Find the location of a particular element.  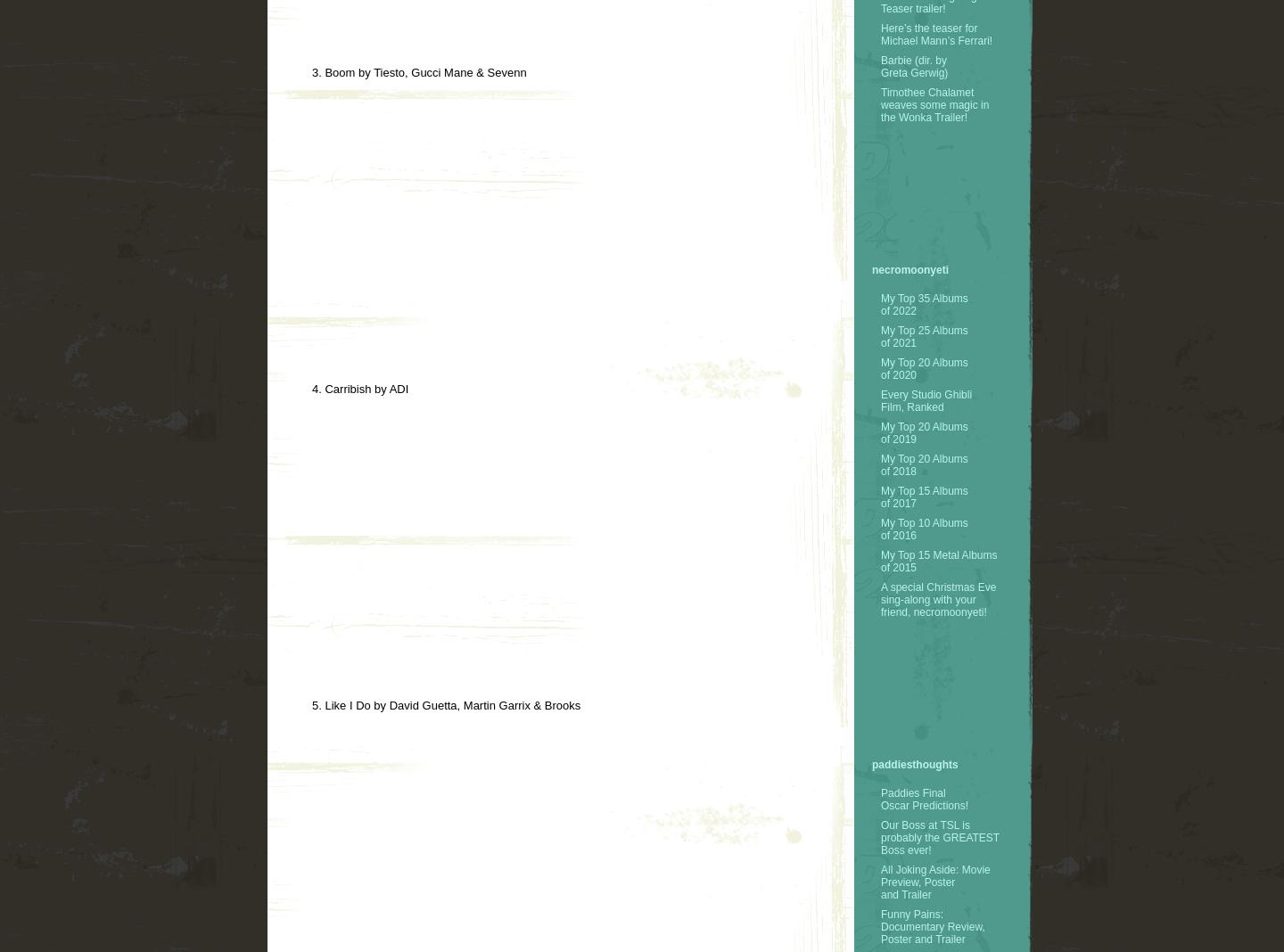

'Timothee Chalamet weaves some magic in the Wonka Trailer!' is located at coordinates (934, 103).